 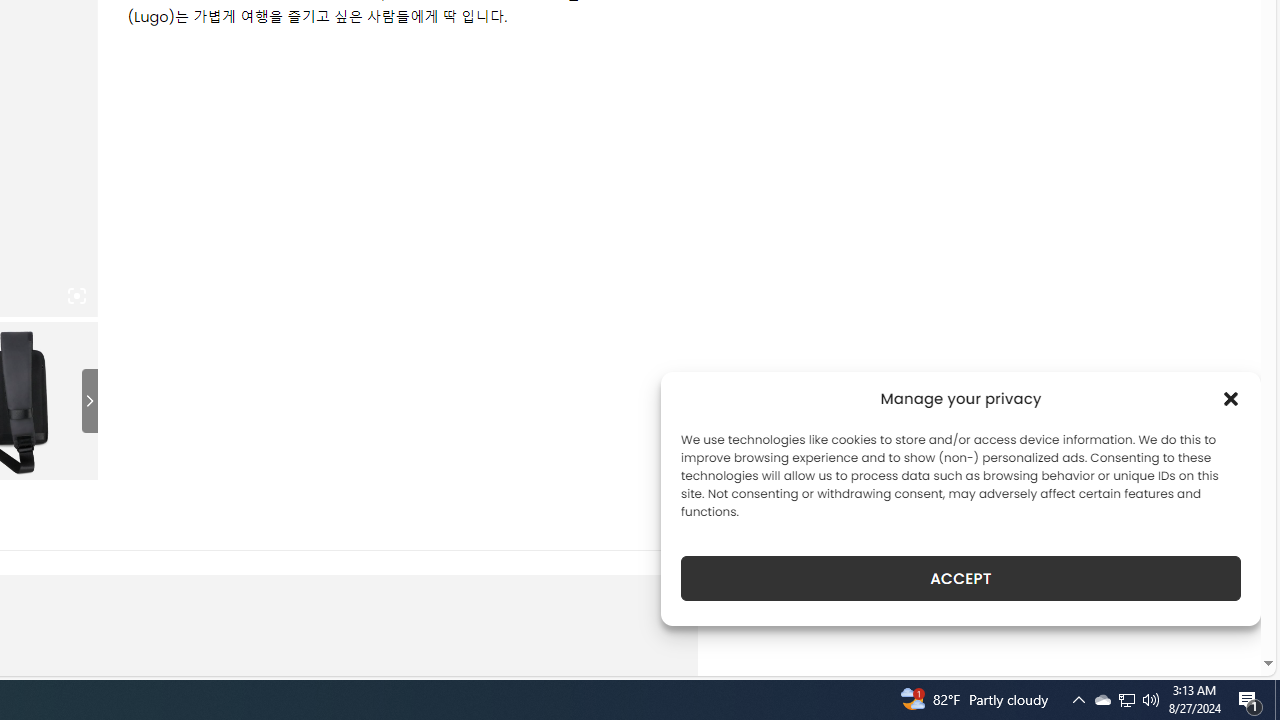 What do you see at coordinates (76, 296) in the screenshot?
I see `'Class: iconic-woothumbs-fullscreen'` at bounding box center [76, 296].